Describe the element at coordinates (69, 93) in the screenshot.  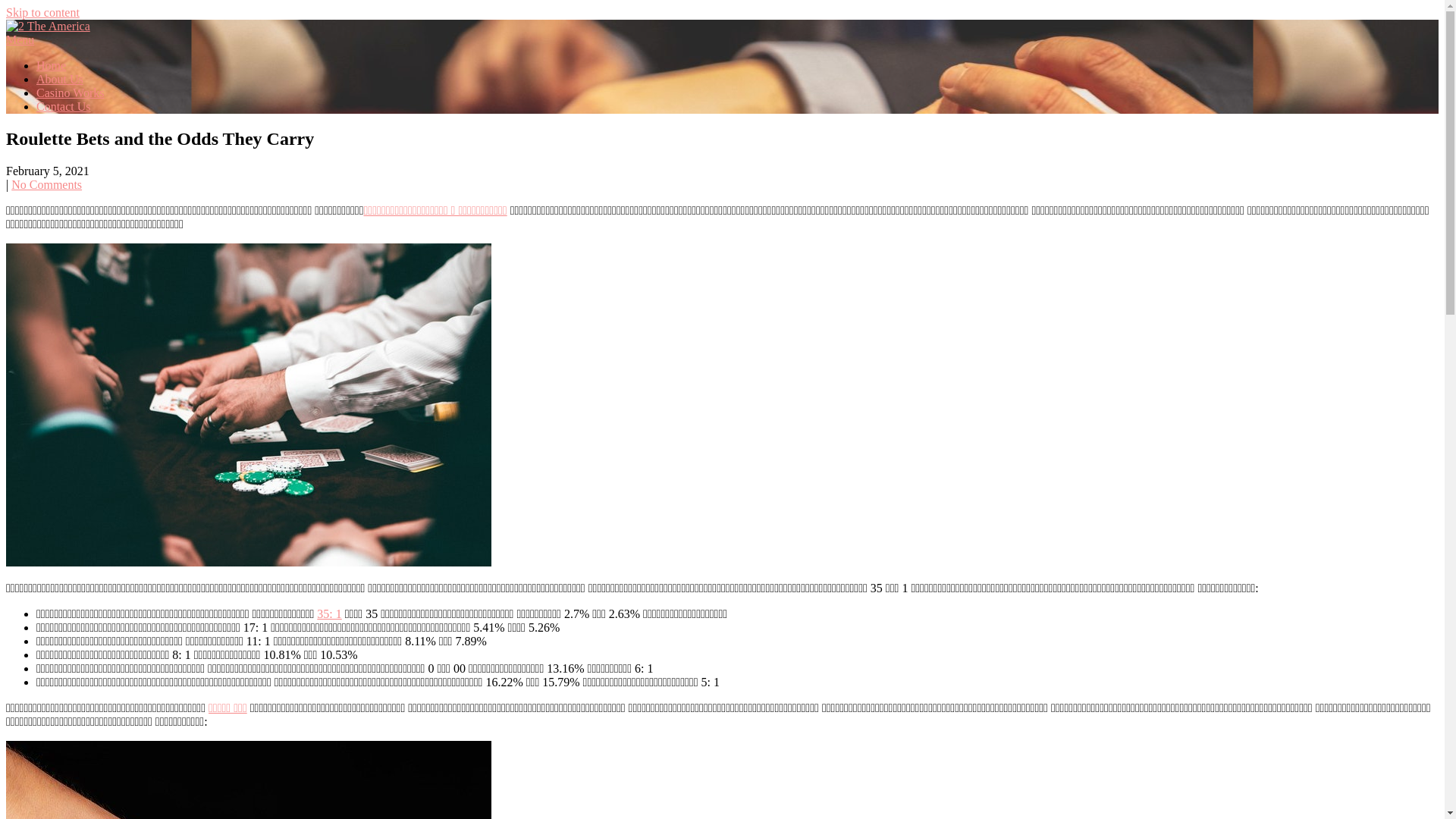
I see `'Casino Works'` at that location.